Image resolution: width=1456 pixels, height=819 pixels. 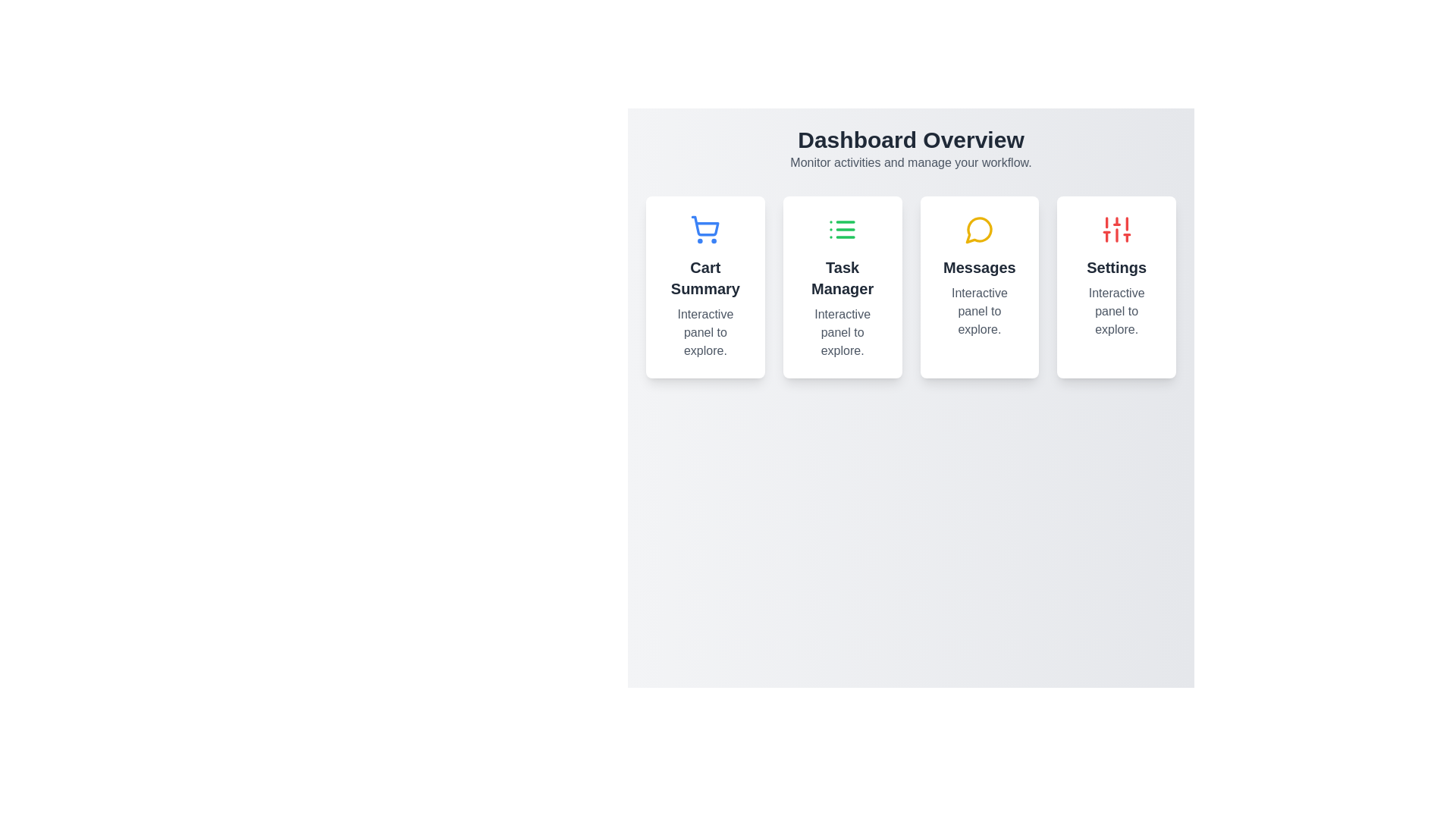 What do you see at coordinates (910, 149) in the screenshot?
I see `the text component with the heading 'Dashboard Overview' and subtitle 'Monitor activities and manage your workflow.' located at the top center of the interface` at bounding box center [910, 149].